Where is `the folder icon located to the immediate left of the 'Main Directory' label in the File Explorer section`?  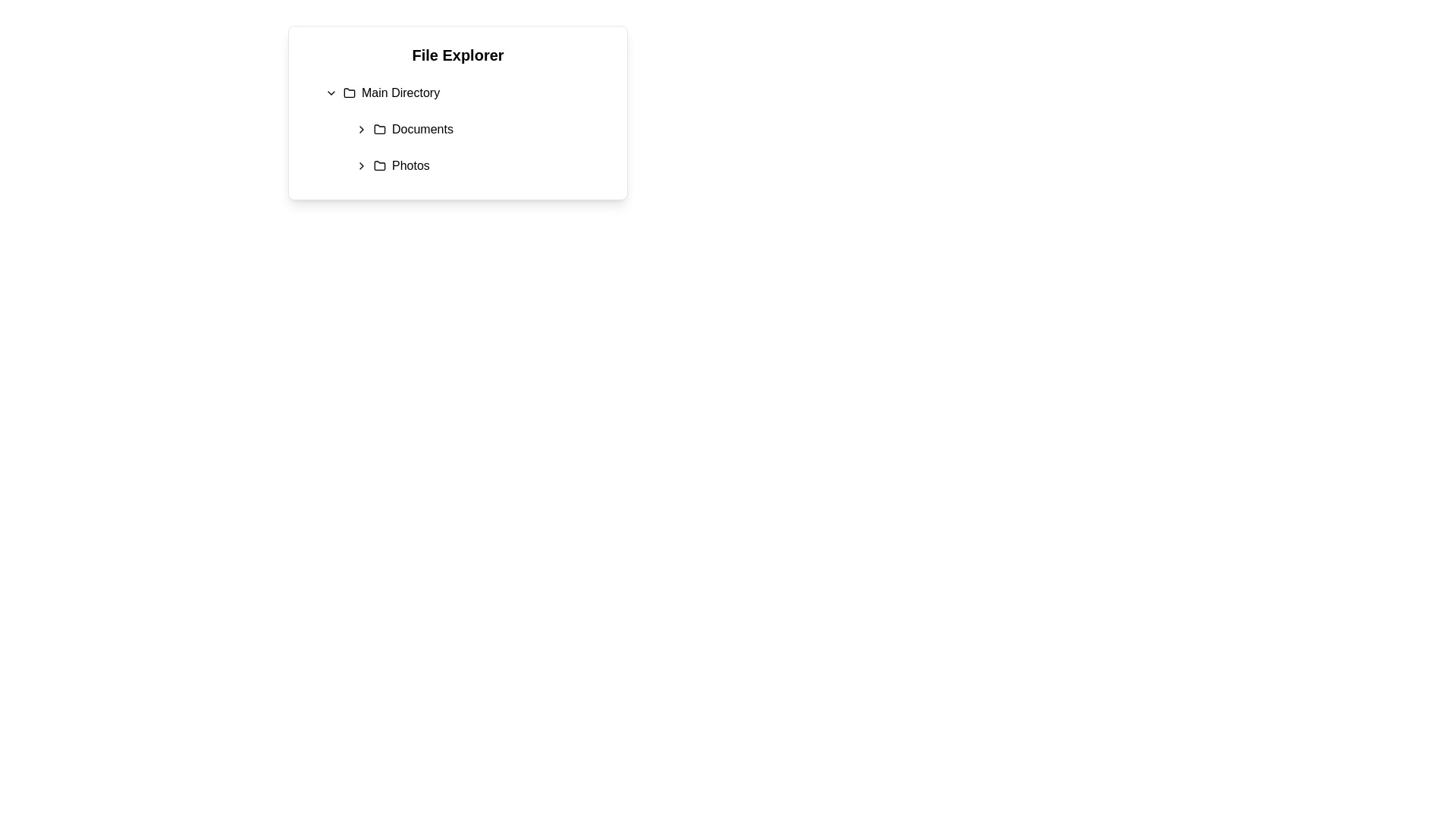 the folder icon located to the immediate left of the 'Main Directory' label in the File Explorer section is located at coordinates (348, 93).